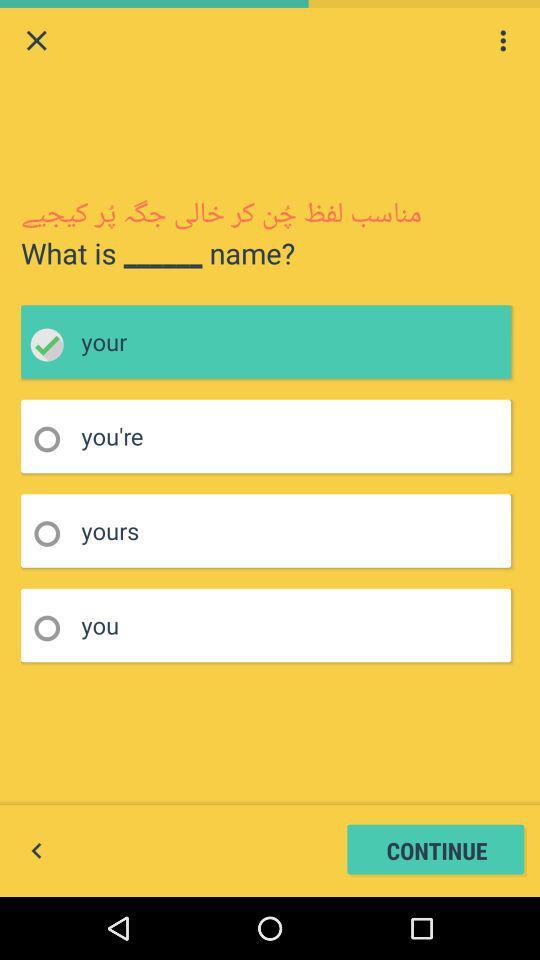 This screenshot has width=540, height=960. What do you see at coordinates (53, 439) in the screenshot?
I see `click youtube option` at bounding box center [53, 439].